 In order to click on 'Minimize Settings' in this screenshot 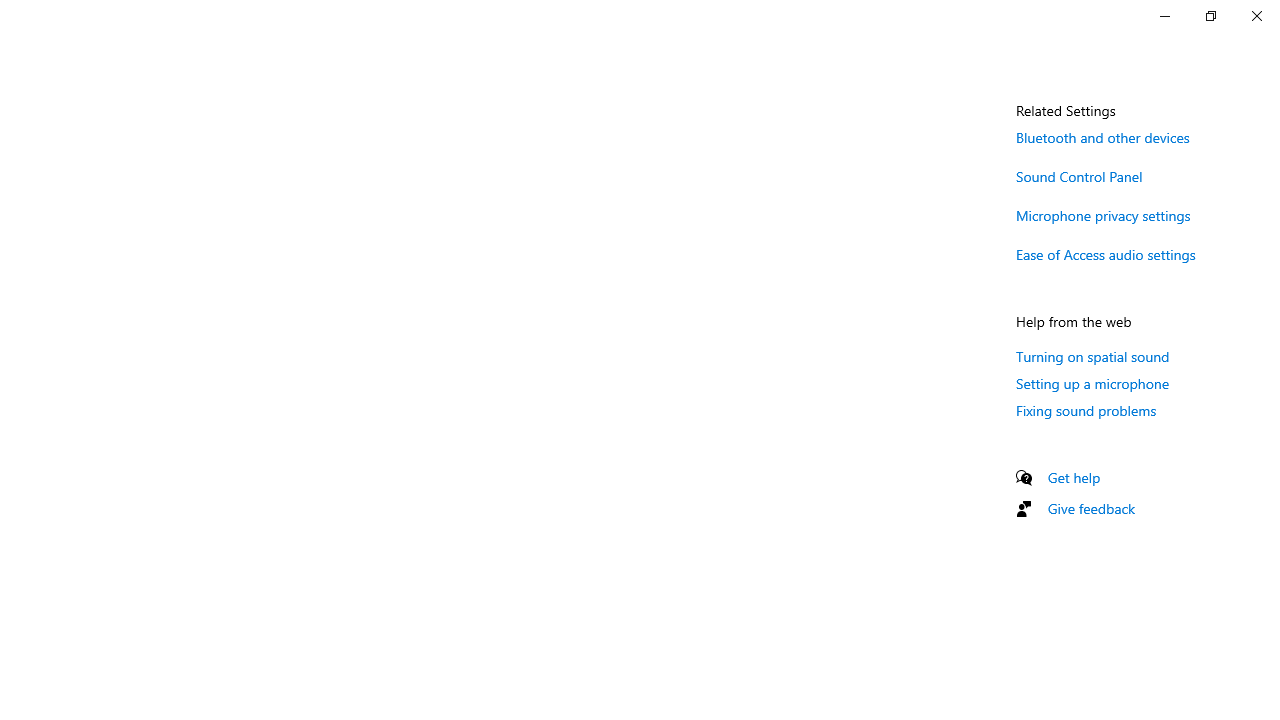, I will do `click(1164, 15)`.